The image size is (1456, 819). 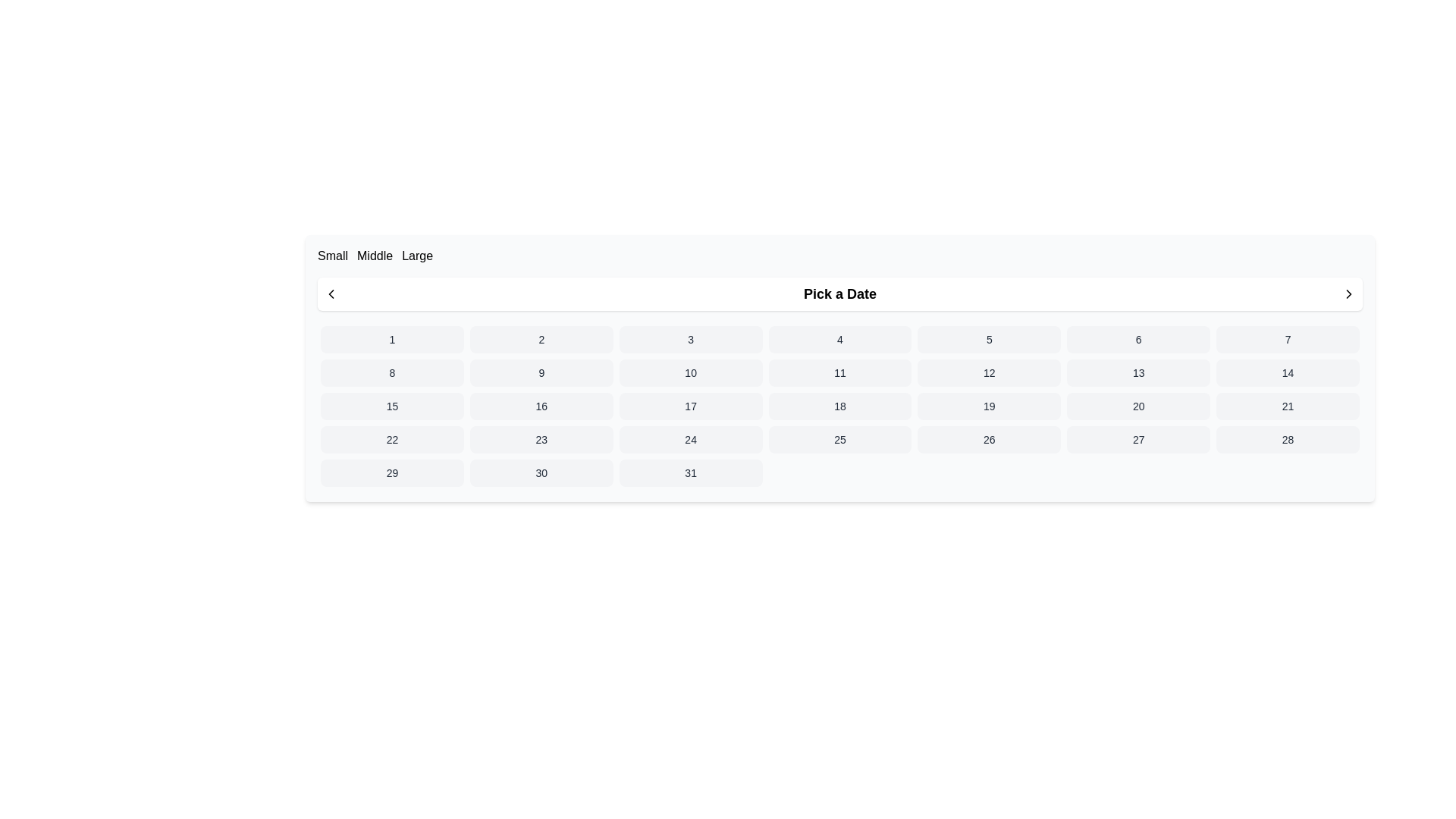 What do you see at coordinates (839, 439) in the screenshot?
I see `the button labeled '25' in the last row of a 7-column grid` at bounding box center [839, 439].